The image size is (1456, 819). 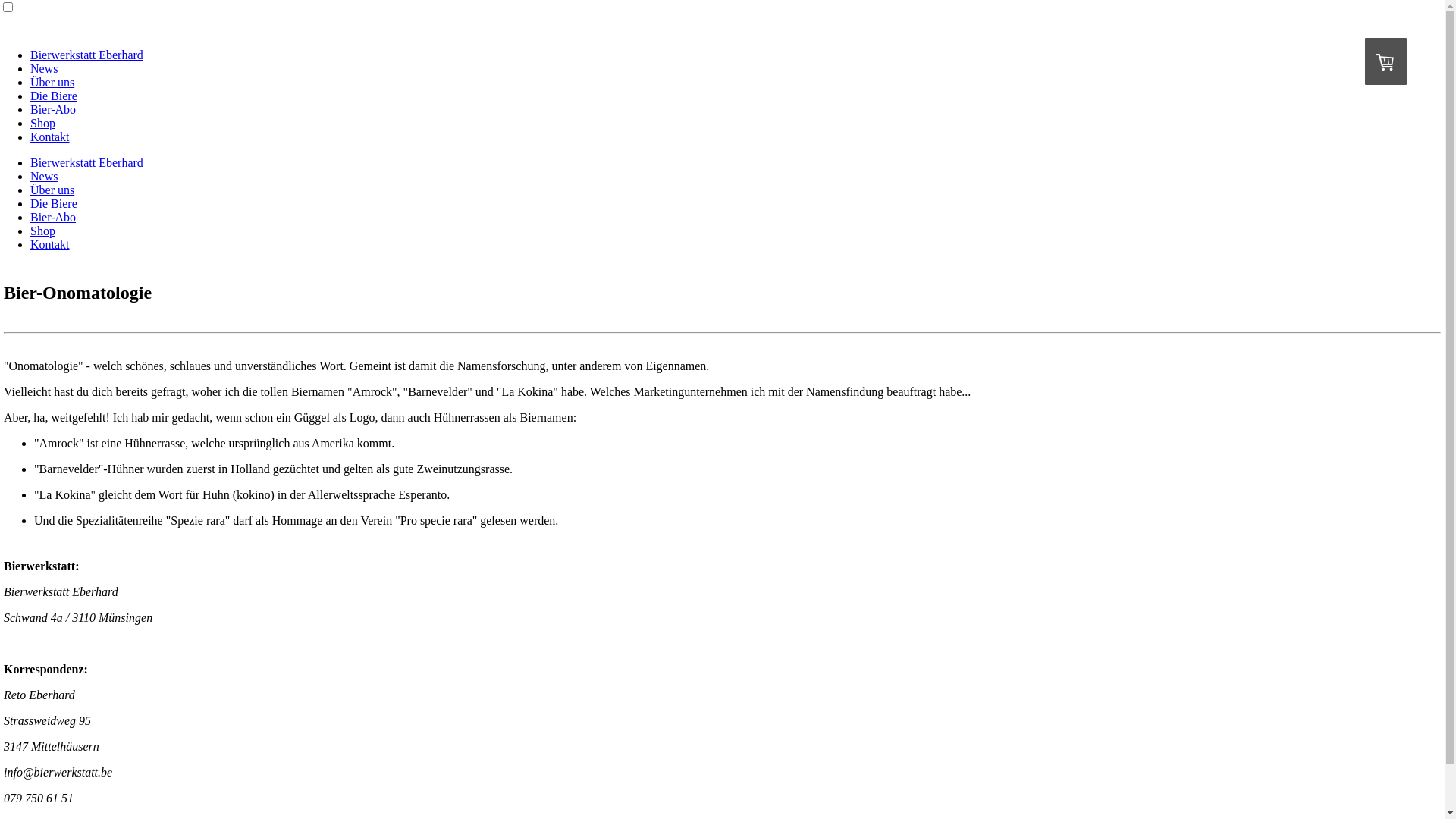 What do you see at coordinates (30, 96) in the screenshot?
I see `'Die Biere'` at bounding box center [30, 96].